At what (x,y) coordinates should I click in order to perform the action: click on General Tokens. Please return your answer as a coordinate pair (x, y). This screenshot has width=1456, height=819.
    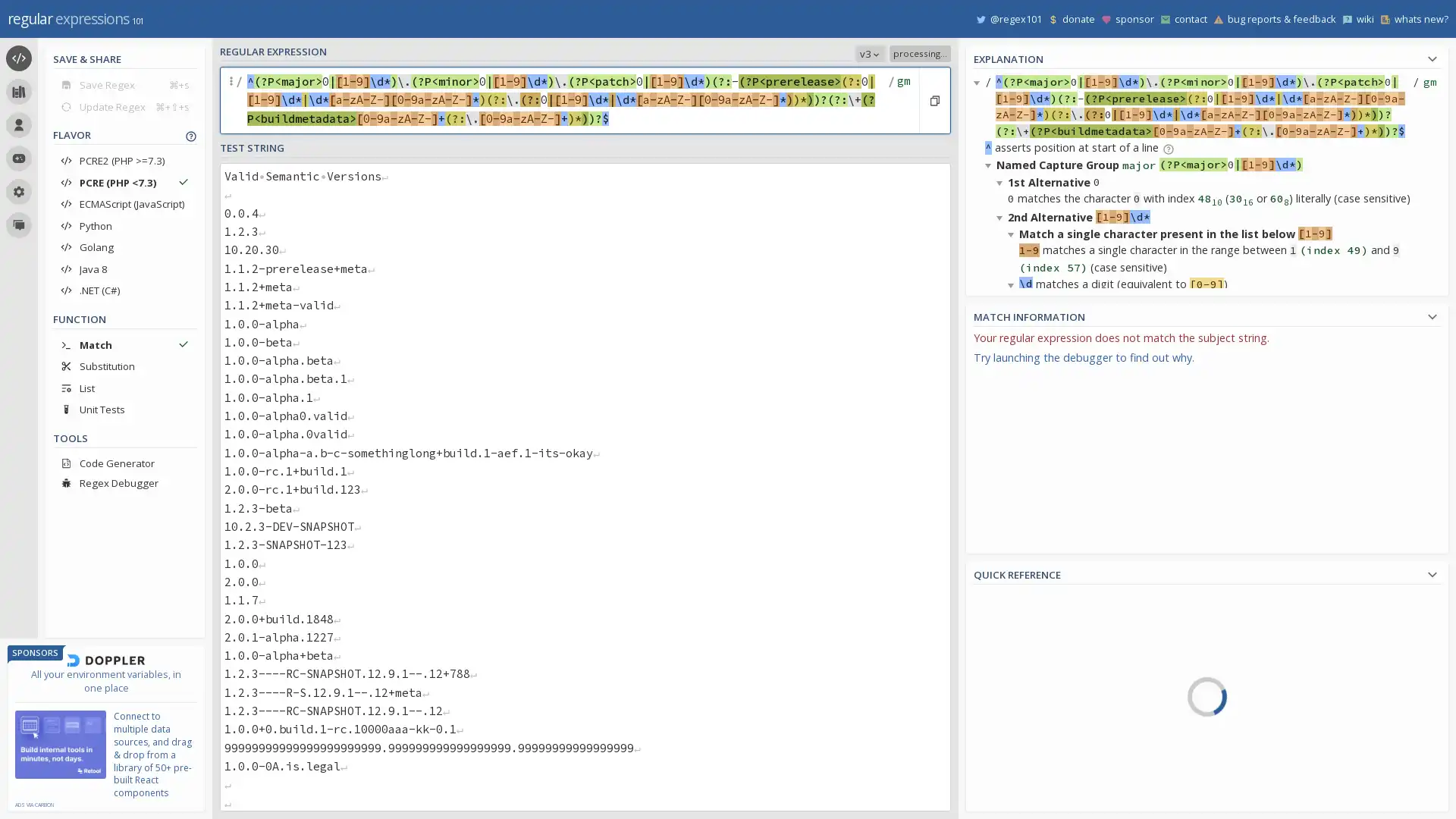
    Looking at the image, I should click on (1044, 672).